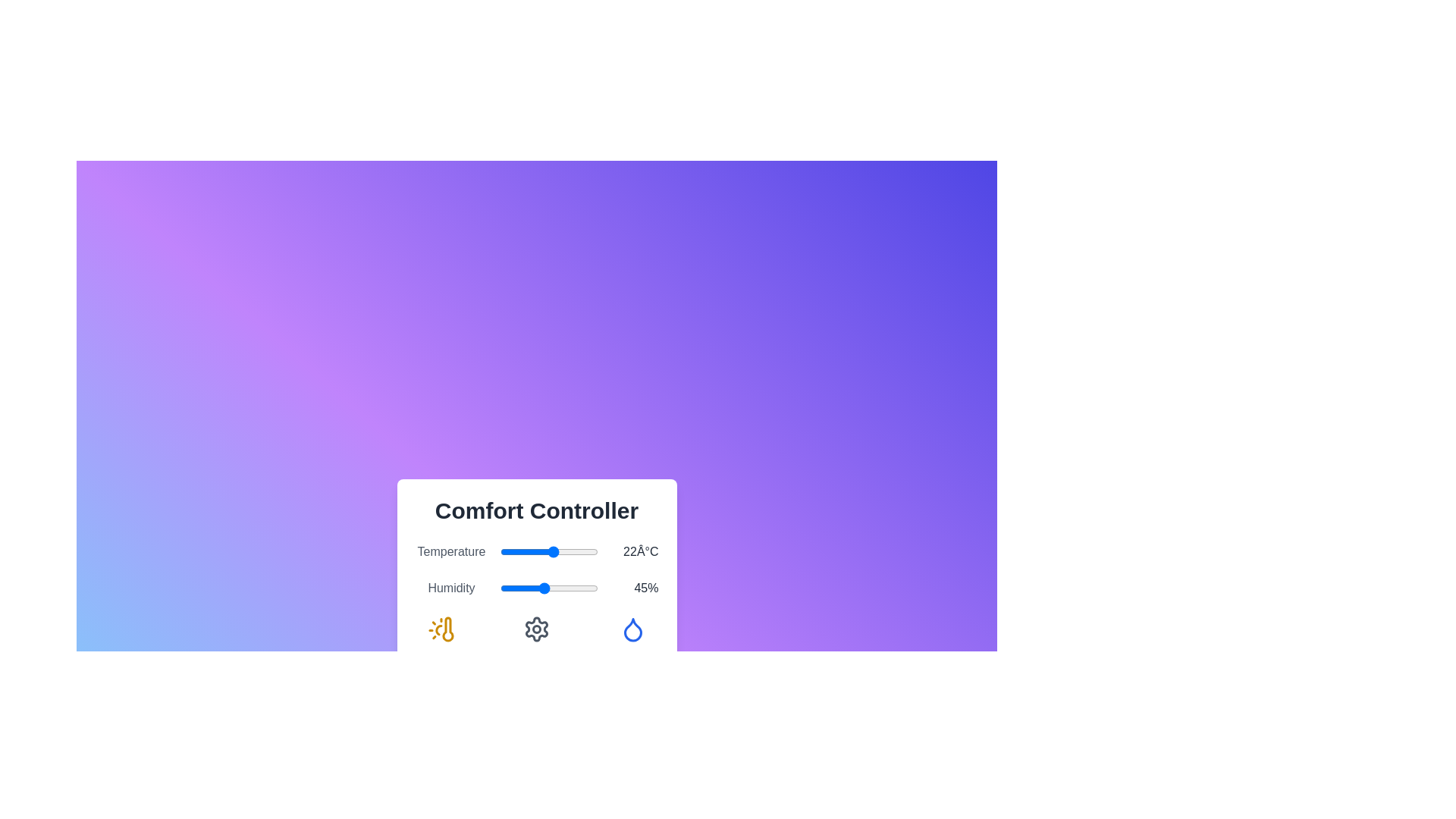 The image size is (1456, 819). Describe the element at coordinates (539, 552) in the screenshot. I see `the temperature slider to set the temperature to 16°C` at that location.